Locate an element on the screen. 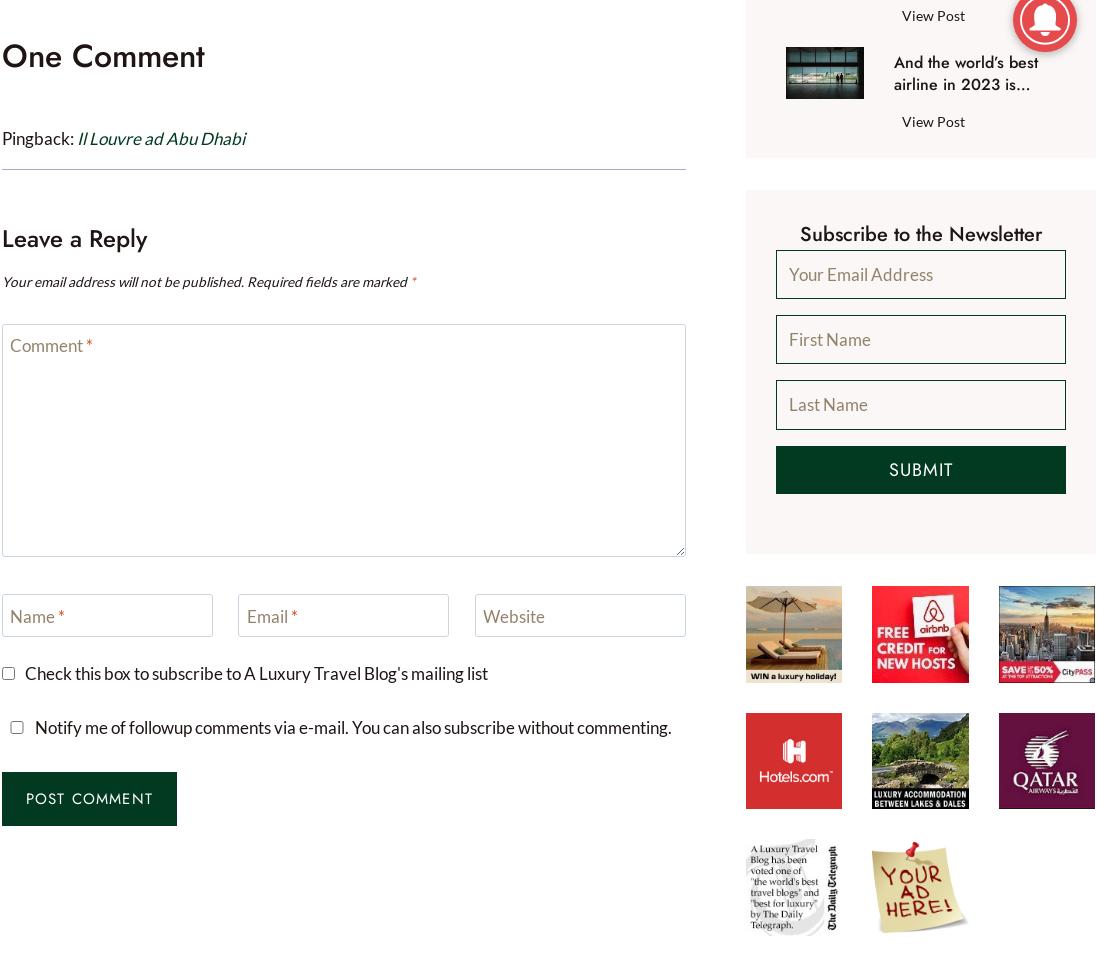 This screenshot has width=1097, height=964. 'Submit' is located at coordinates (919, 468).